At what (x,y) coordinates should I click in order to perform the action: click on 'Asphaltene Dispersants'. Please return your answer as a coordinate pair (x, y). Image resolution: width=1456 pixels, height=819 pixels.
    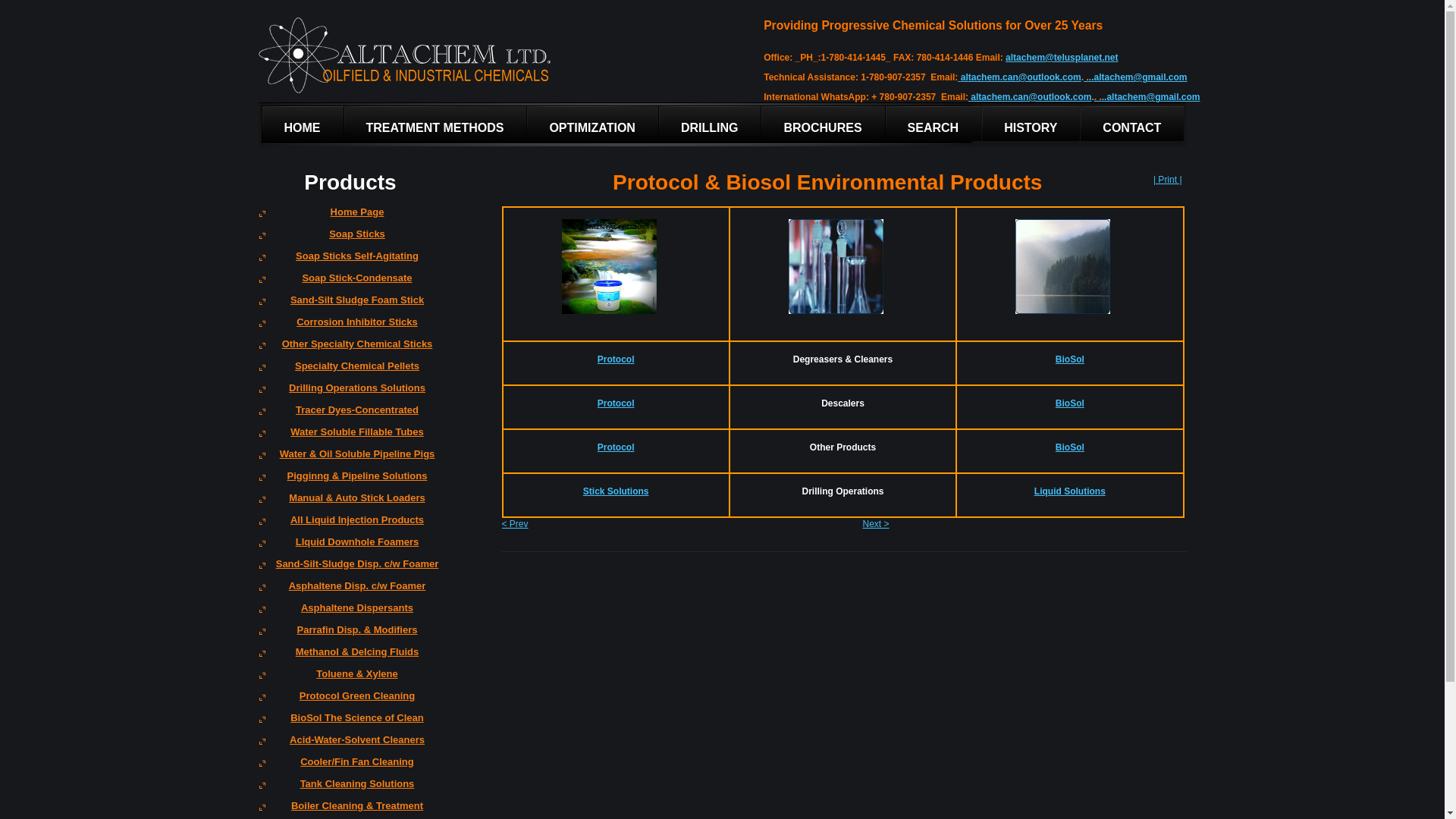
    Looking at the image, I should click on (350, 612).